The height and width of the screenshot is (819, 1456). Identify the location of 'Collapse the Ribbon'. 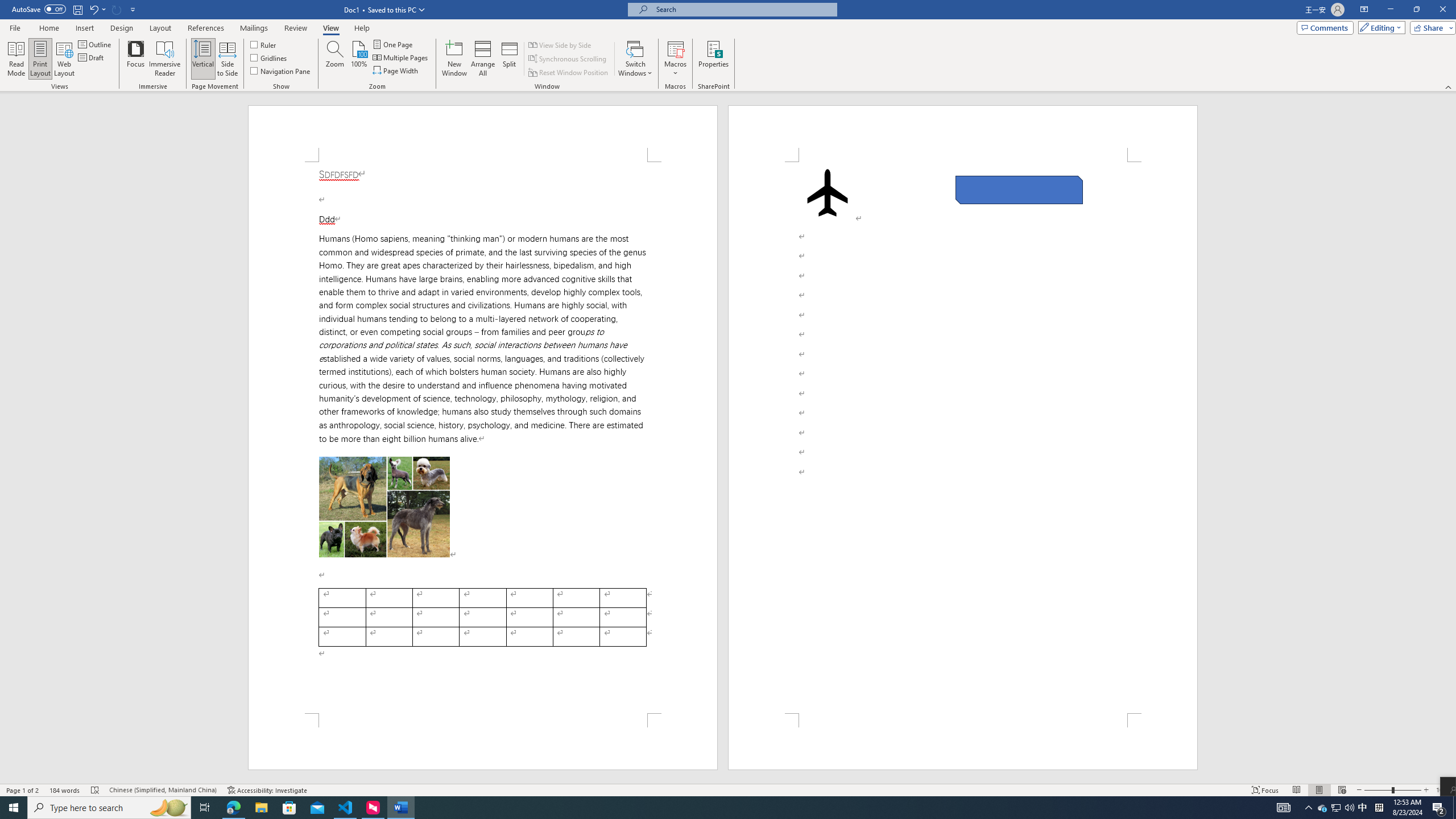
(1449, 87).